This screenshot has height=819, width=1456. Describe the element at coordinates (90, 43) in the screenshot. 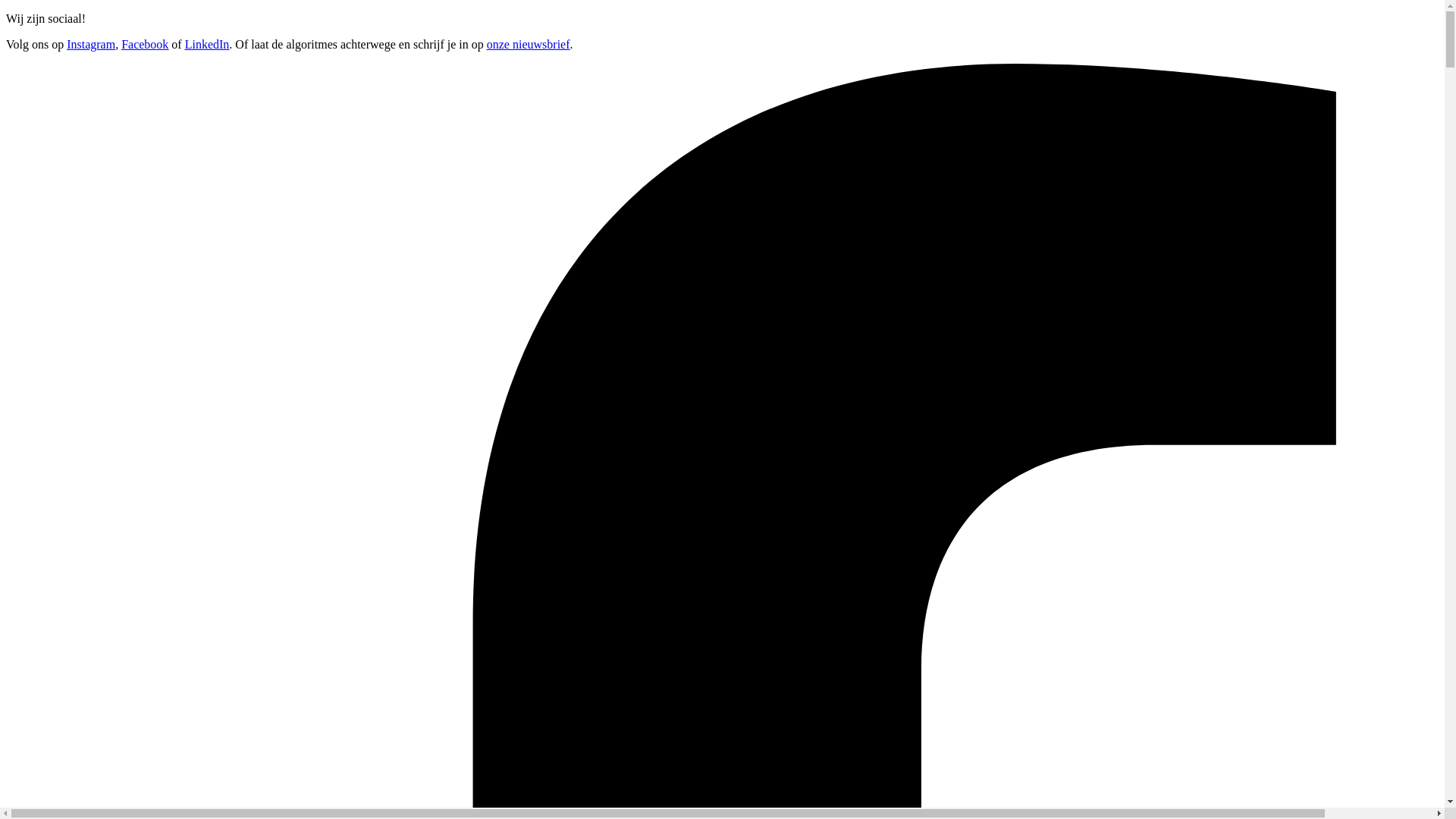

I see `'Instagram'` at that location.